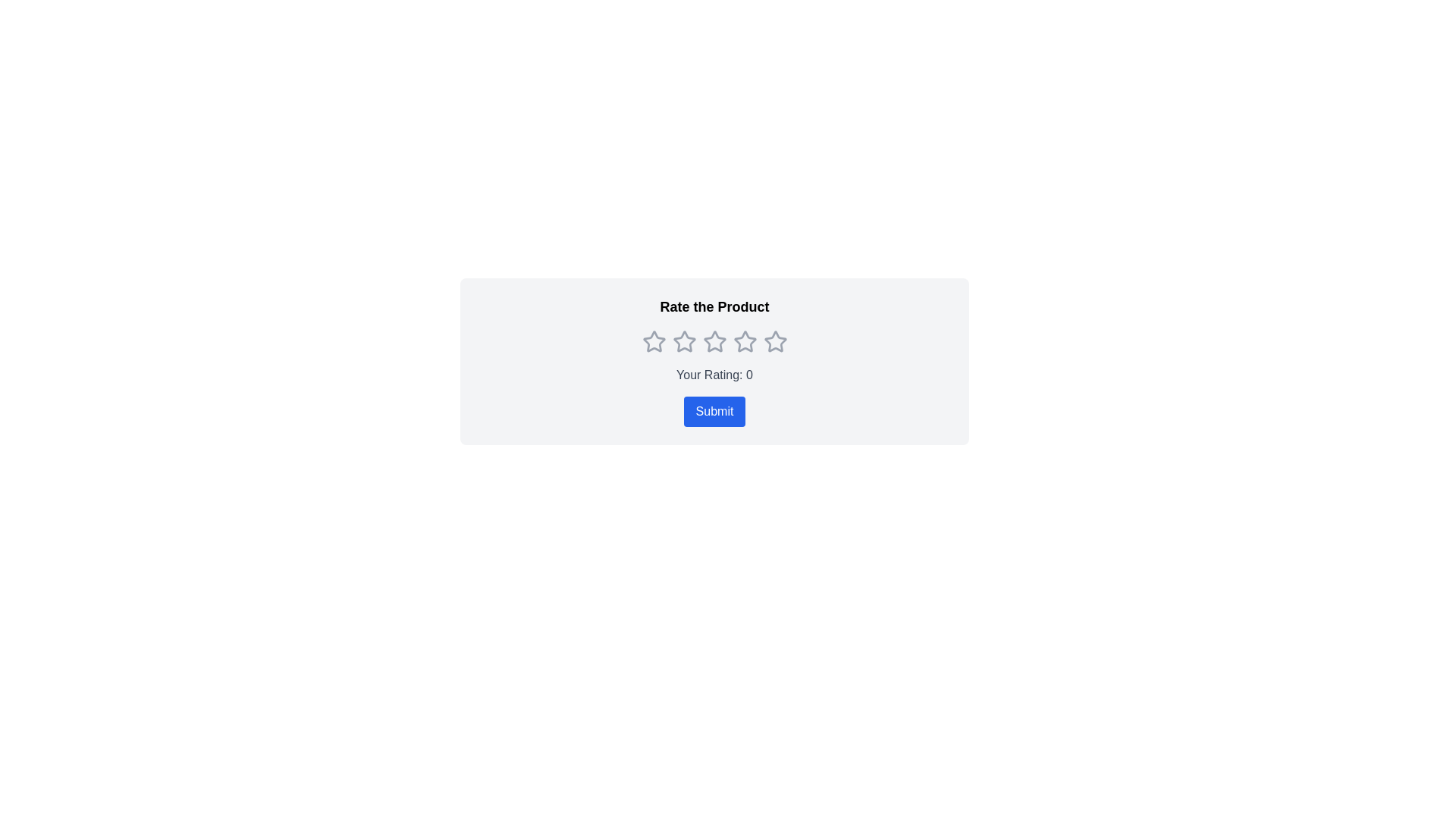 The height and width of the screenshot is (819, 1456). I want to click on the heading text that displays 'Rate the Product', which is centrally aligned at the top of the rating submission panel, so click(714, 307).